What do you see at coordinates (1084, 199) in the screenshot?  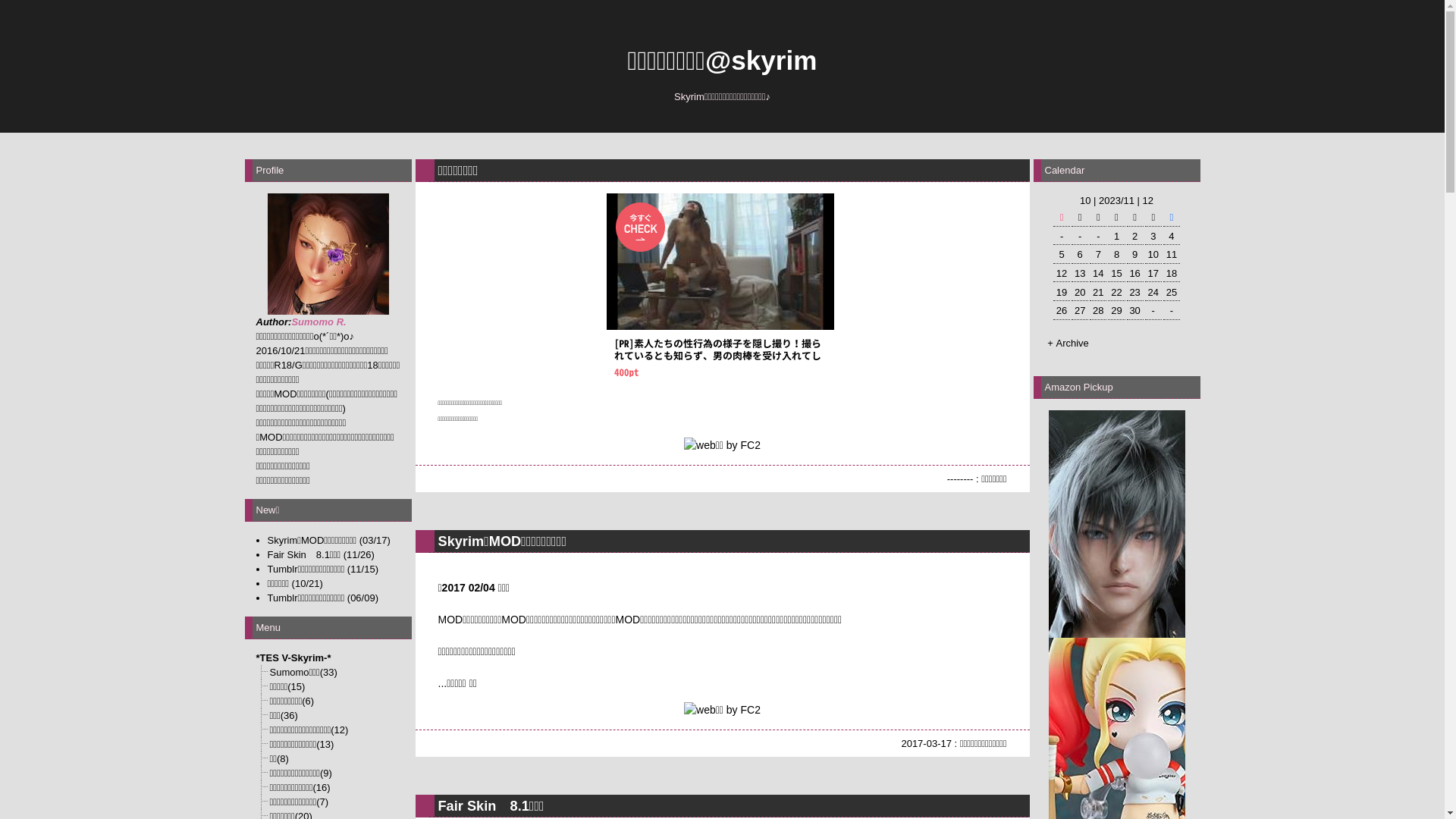 I see `'10'` at bounding box center [1084, 199].